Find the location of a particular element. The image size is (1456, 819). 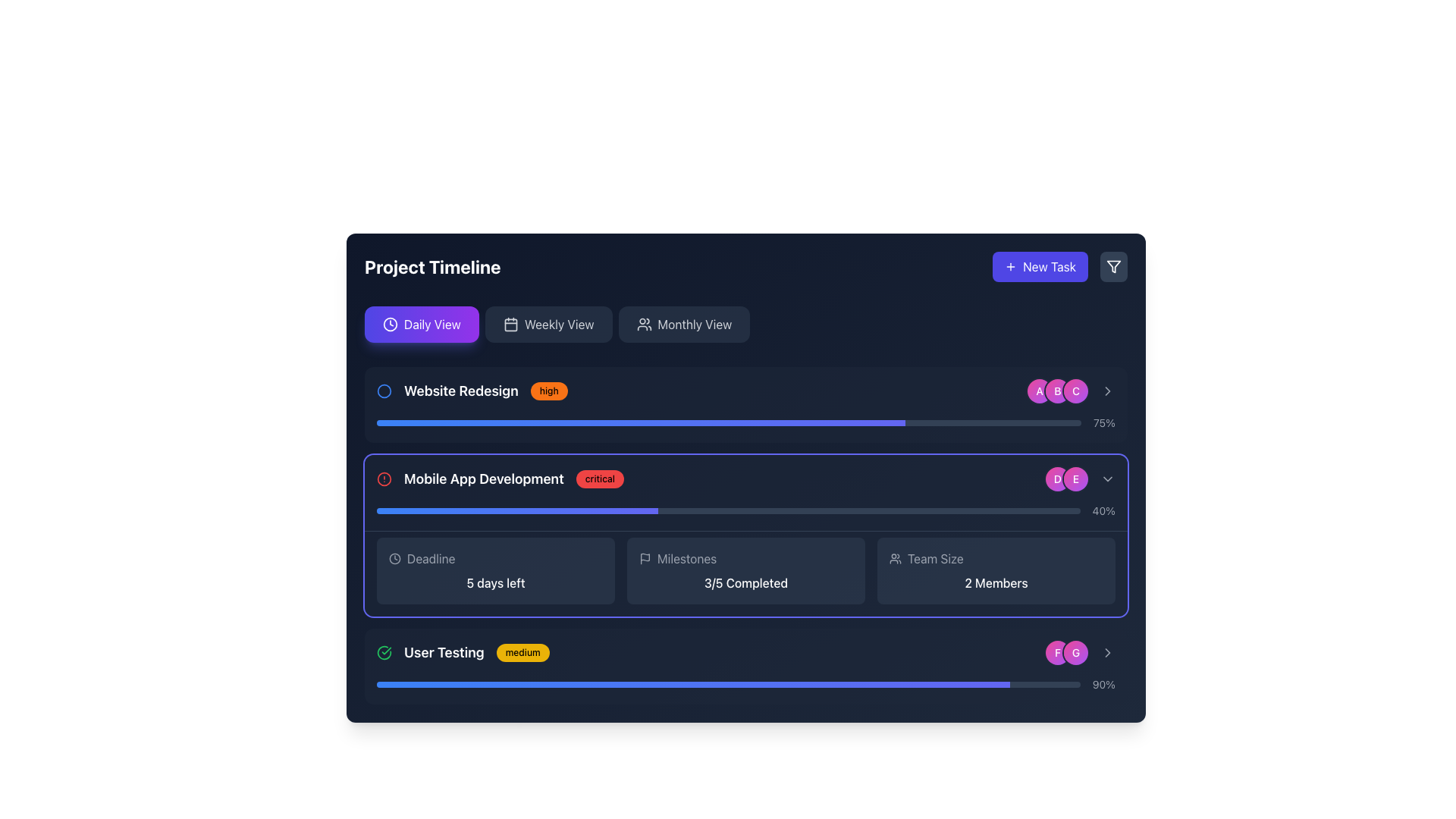

the button that initiates the creation of a new task is located at coordinates (1040, 265).